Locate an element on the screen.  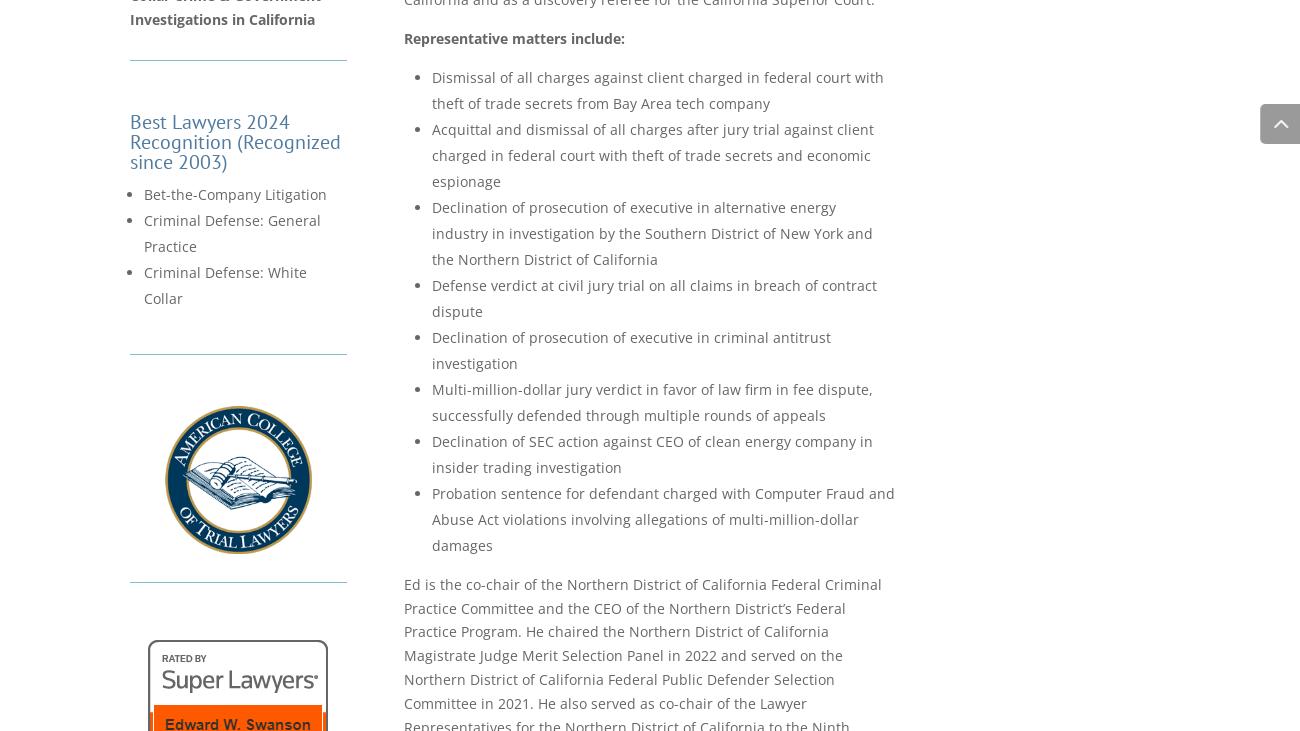
'Representative matters include:' is located at coordinates (404, 36).